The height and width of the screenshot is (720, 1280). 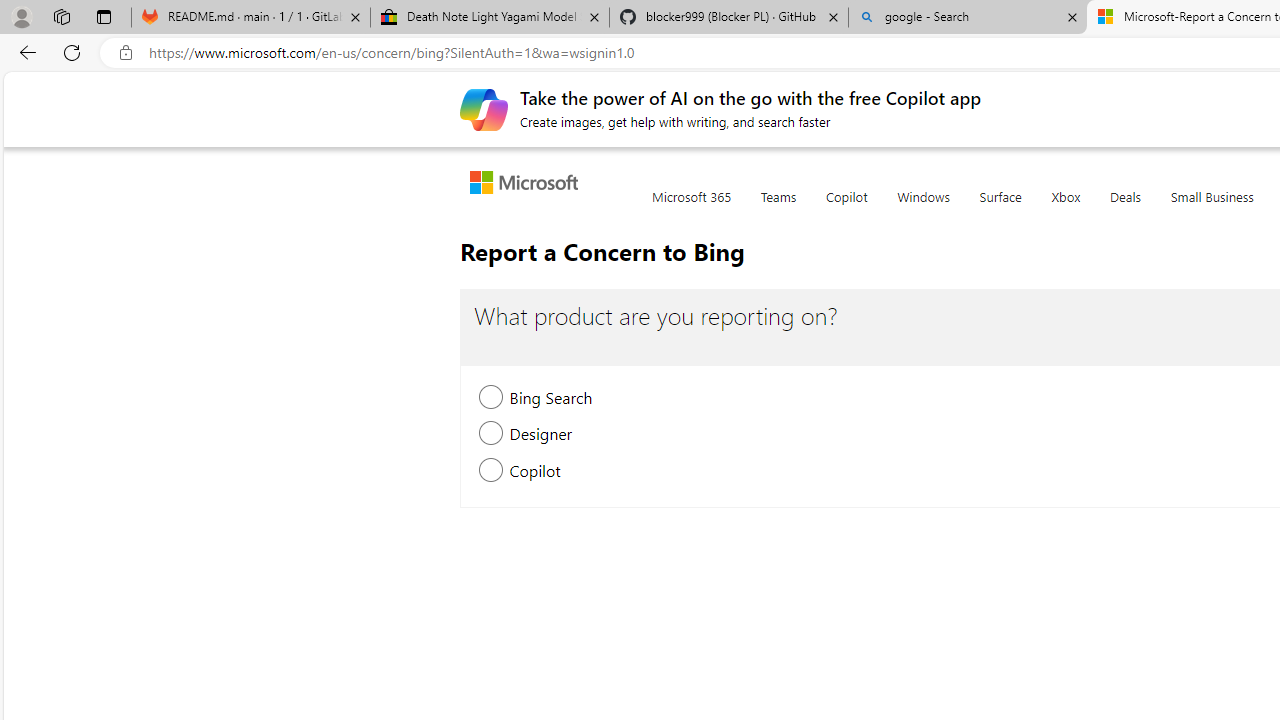 I want to click on 'google - Search', so click(x=967, y=17).